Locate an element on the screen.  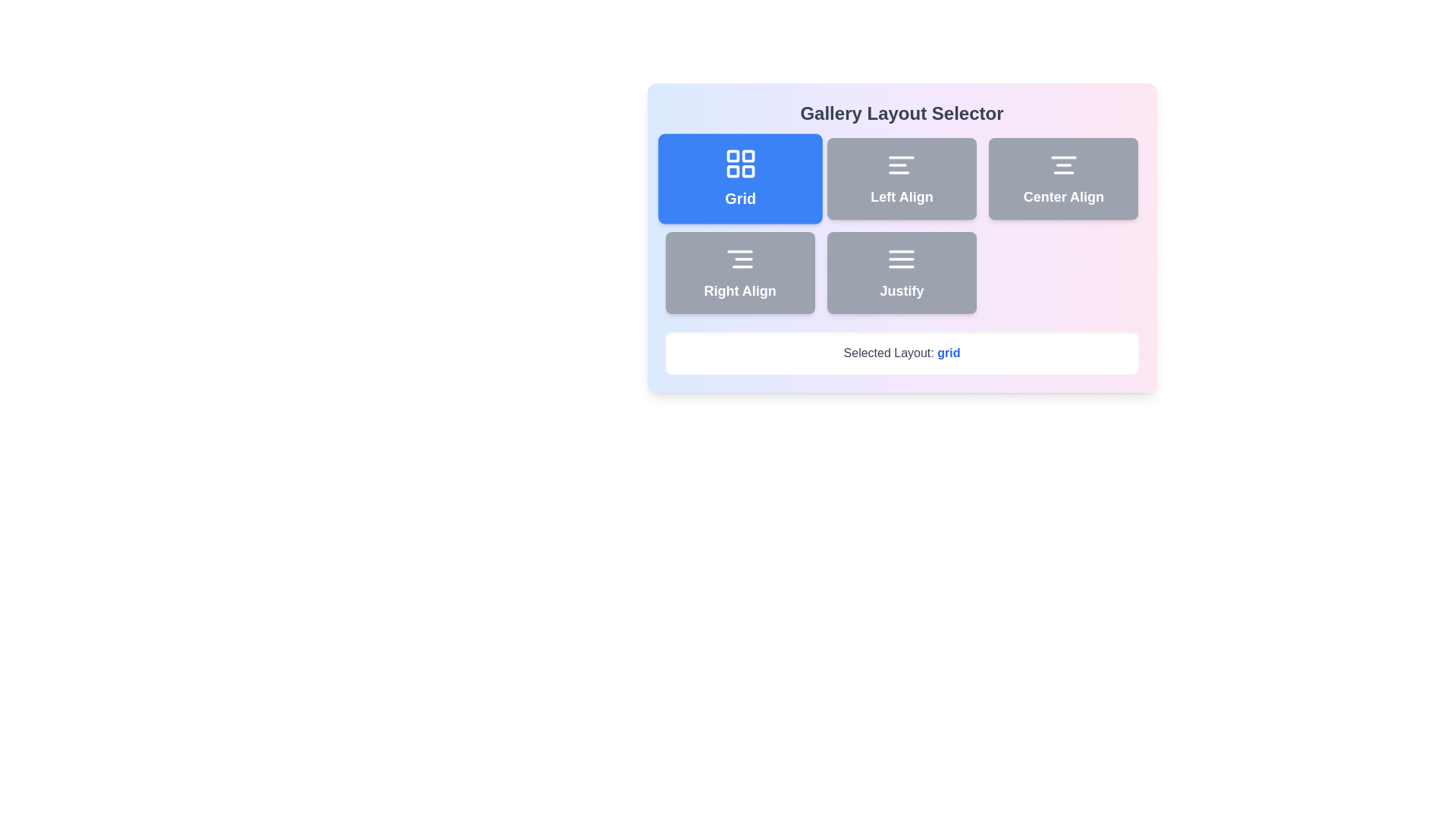
the 'Right Align' button, which contains a graphical icon for aligning text or content to the right edge is located at coordinates (740, 259).